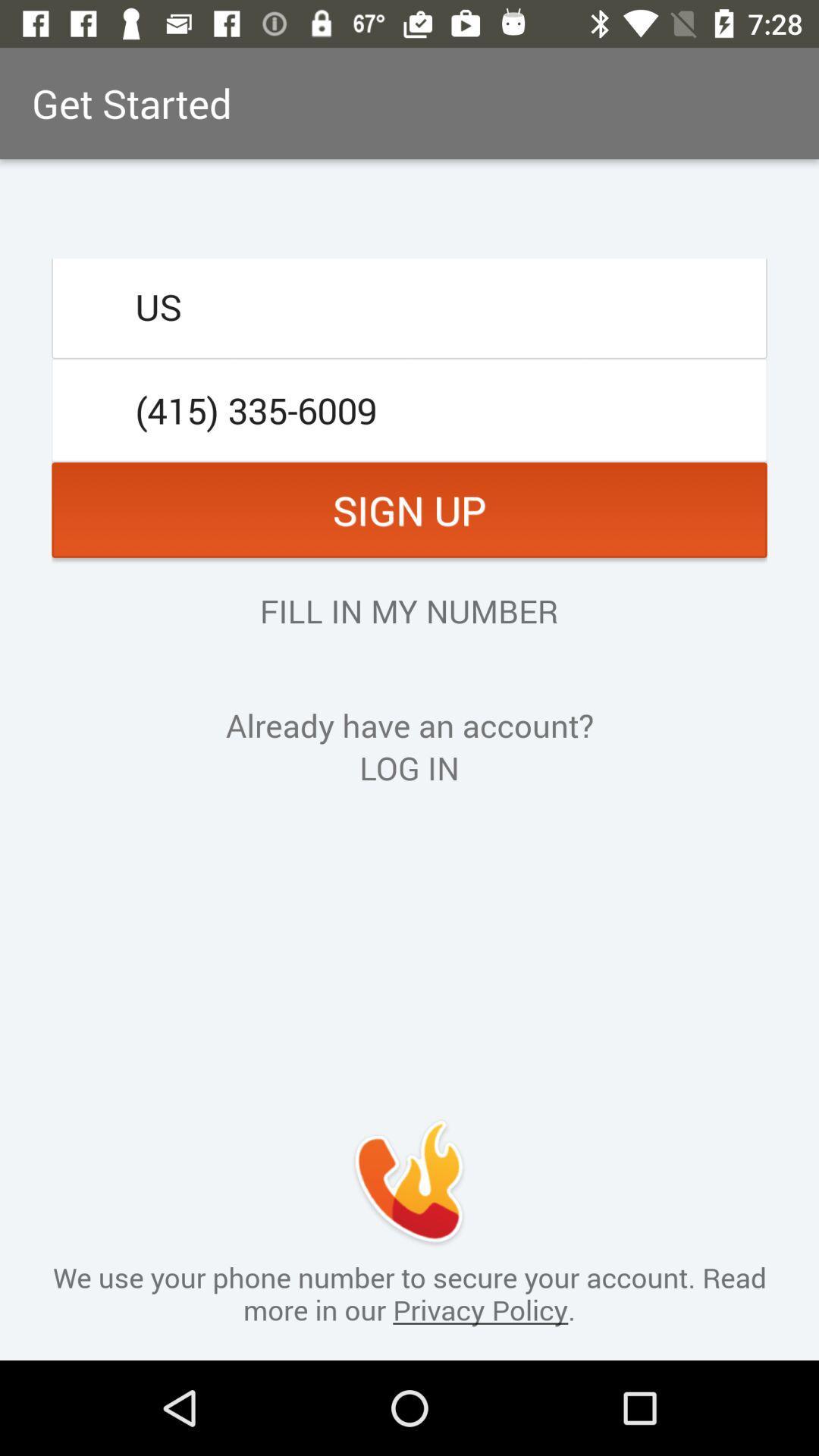 The width and height of the screenshot is (819, 1456). What do you see at coordinates (409, 306) in the screenshot?
I see `us item` at bounding box center [409, 306].